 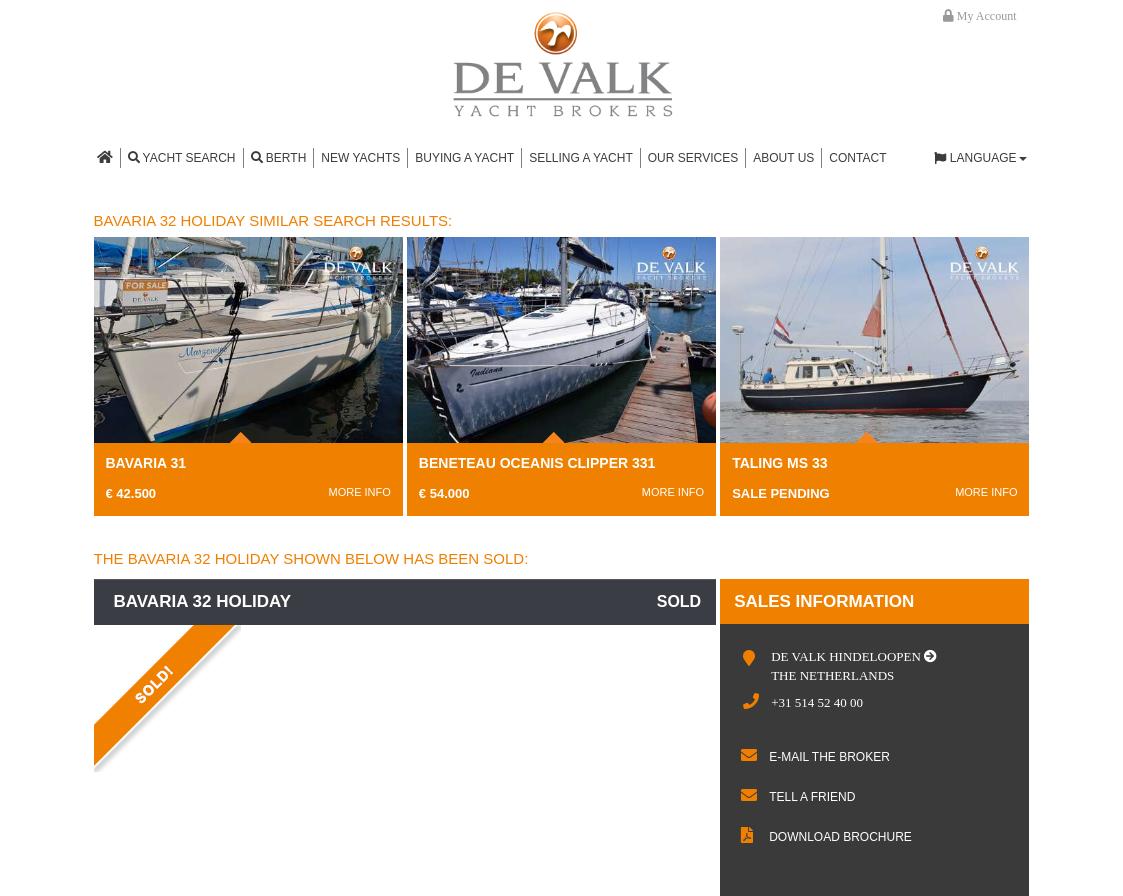 I want to click on 'Language', so click(x=981, y=157).